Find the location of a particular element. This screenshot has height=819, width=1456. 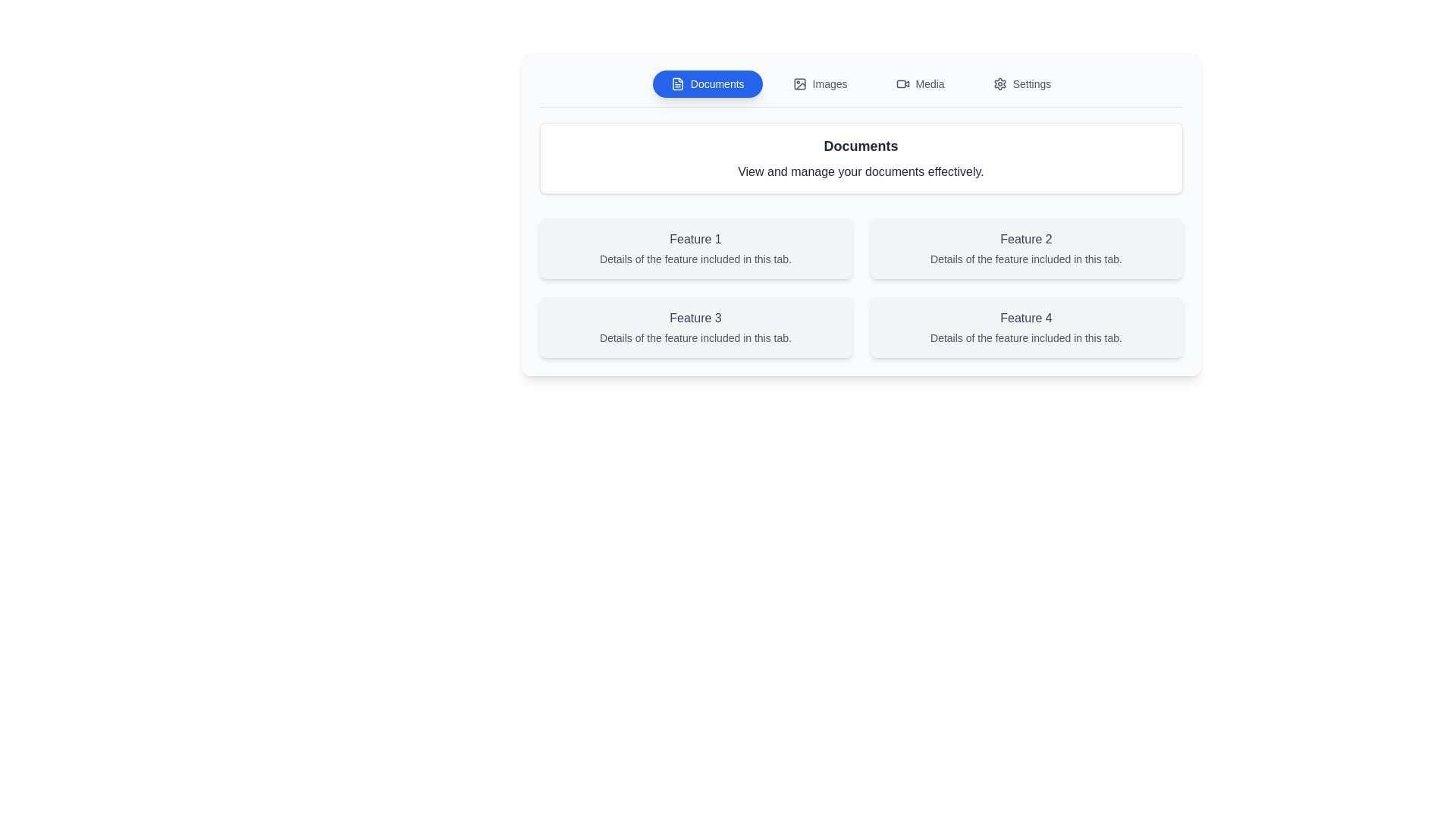

the 'Media' navigation link located in the horizontal menu bar at the top of the interface is located at coordinates (929, 84).